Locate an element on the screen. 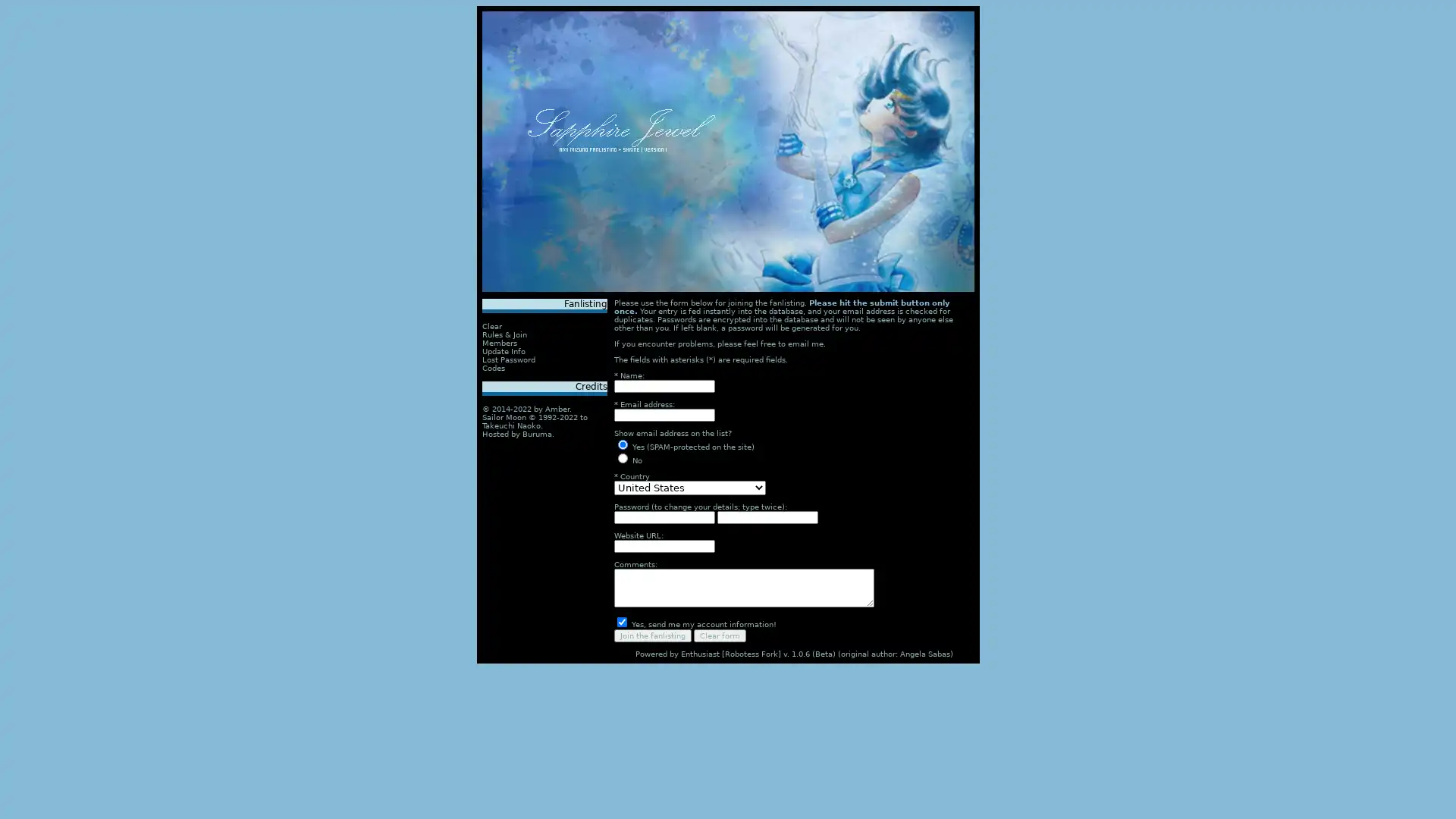 This screenshot has height=819, width=1456. Join the fanlisting is located at coordinates (652, 635).